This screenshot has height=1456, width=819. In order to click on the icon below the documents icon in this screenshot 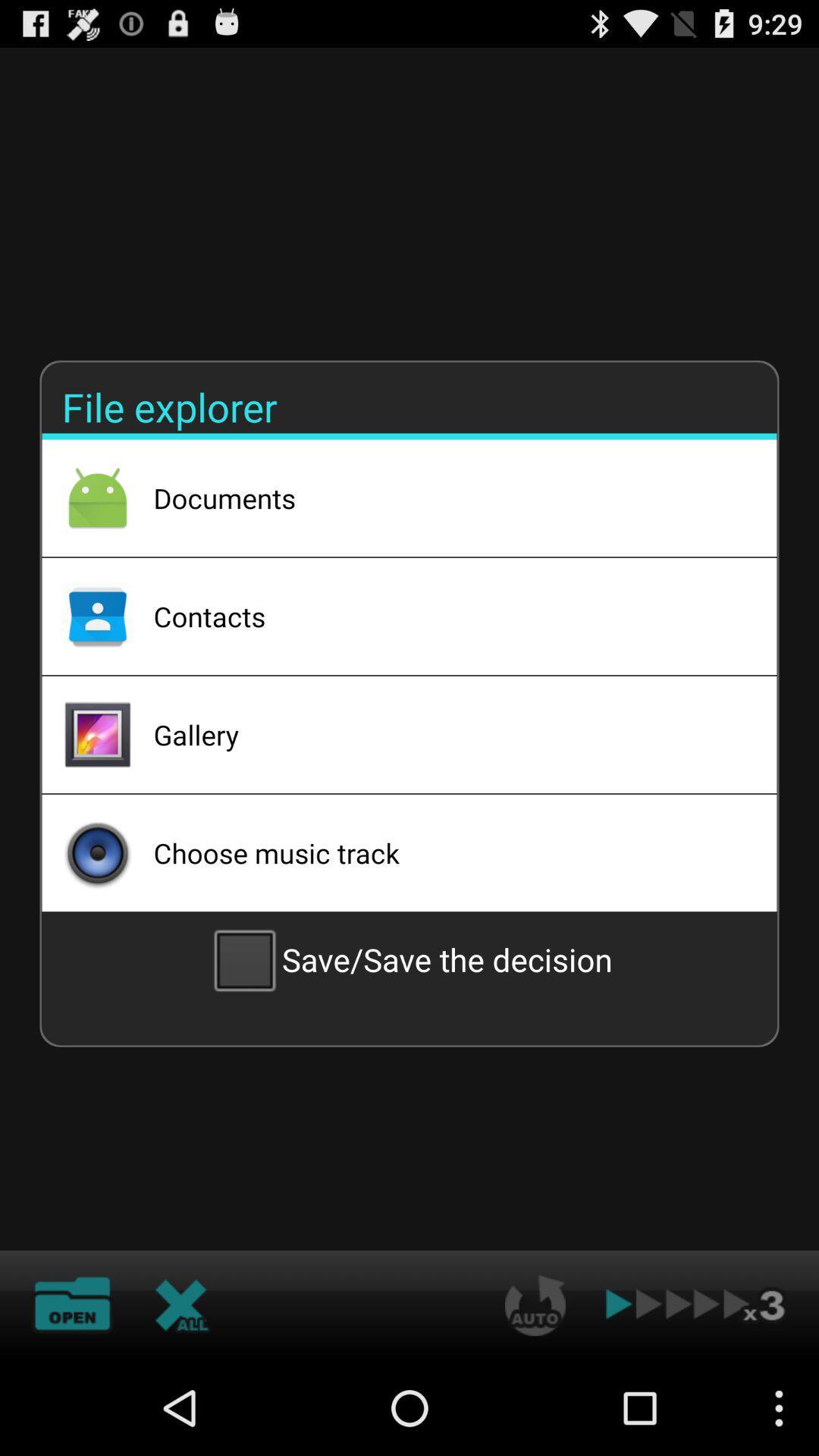, I will do `click(444, 616)`.